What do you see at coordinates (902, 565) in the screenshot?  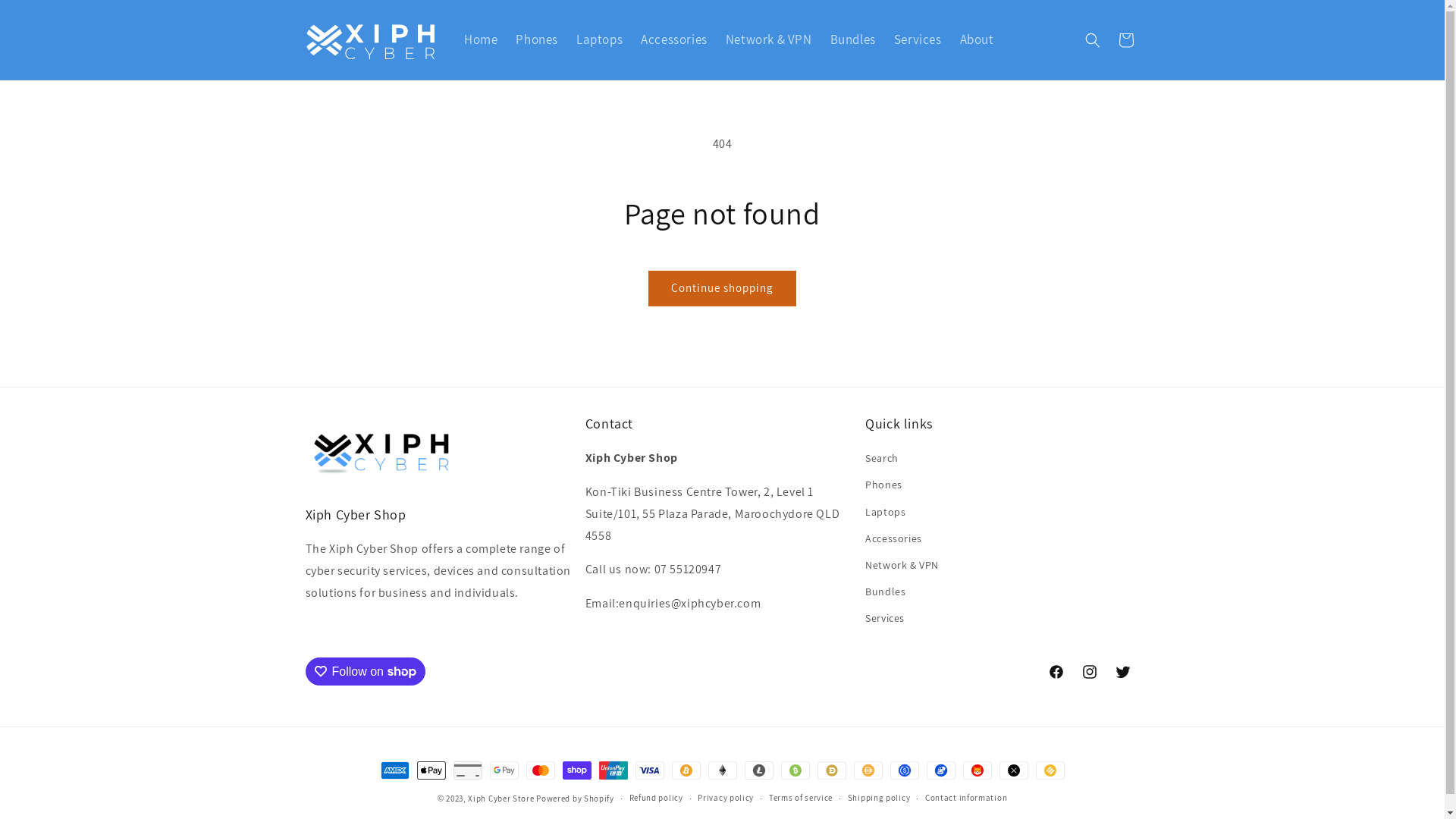 I see `'Network & VPN'` at bounding box center [902, 565].